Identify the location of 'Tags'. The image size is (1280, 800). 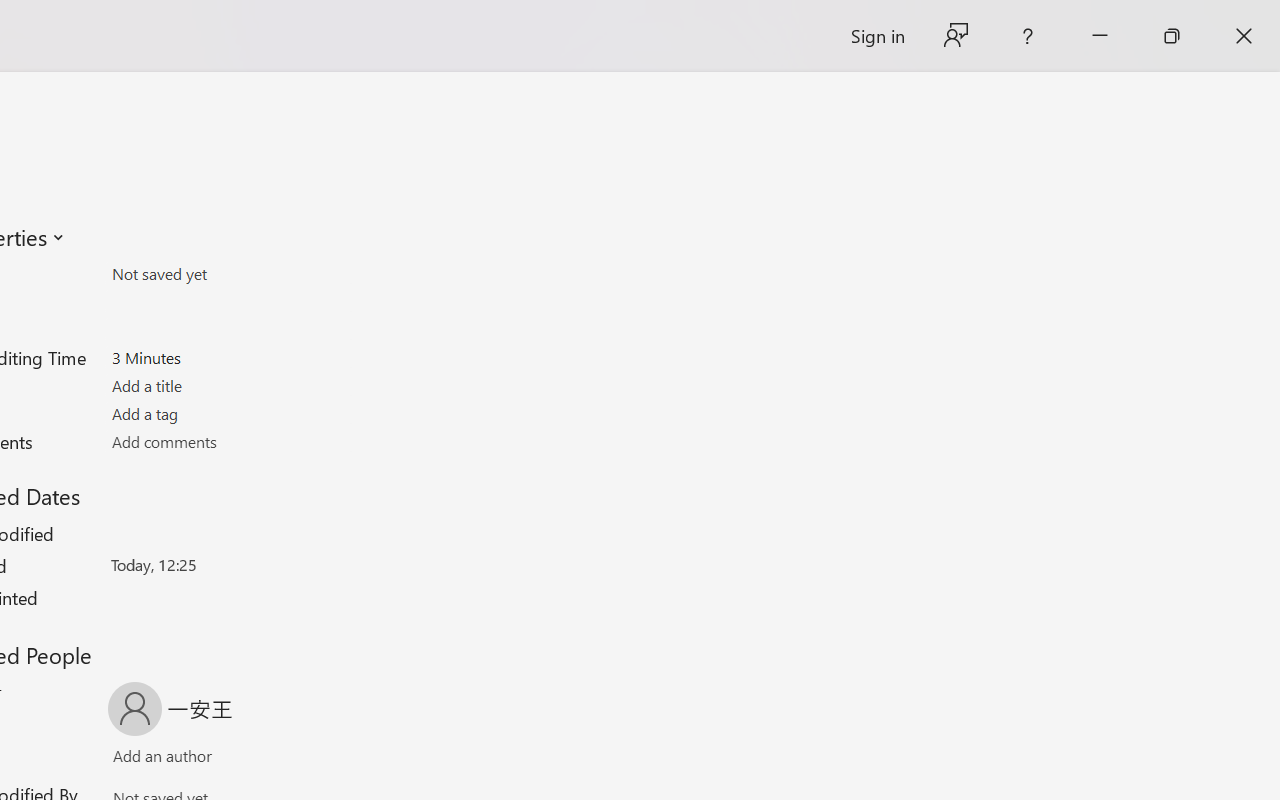
(228, 413).